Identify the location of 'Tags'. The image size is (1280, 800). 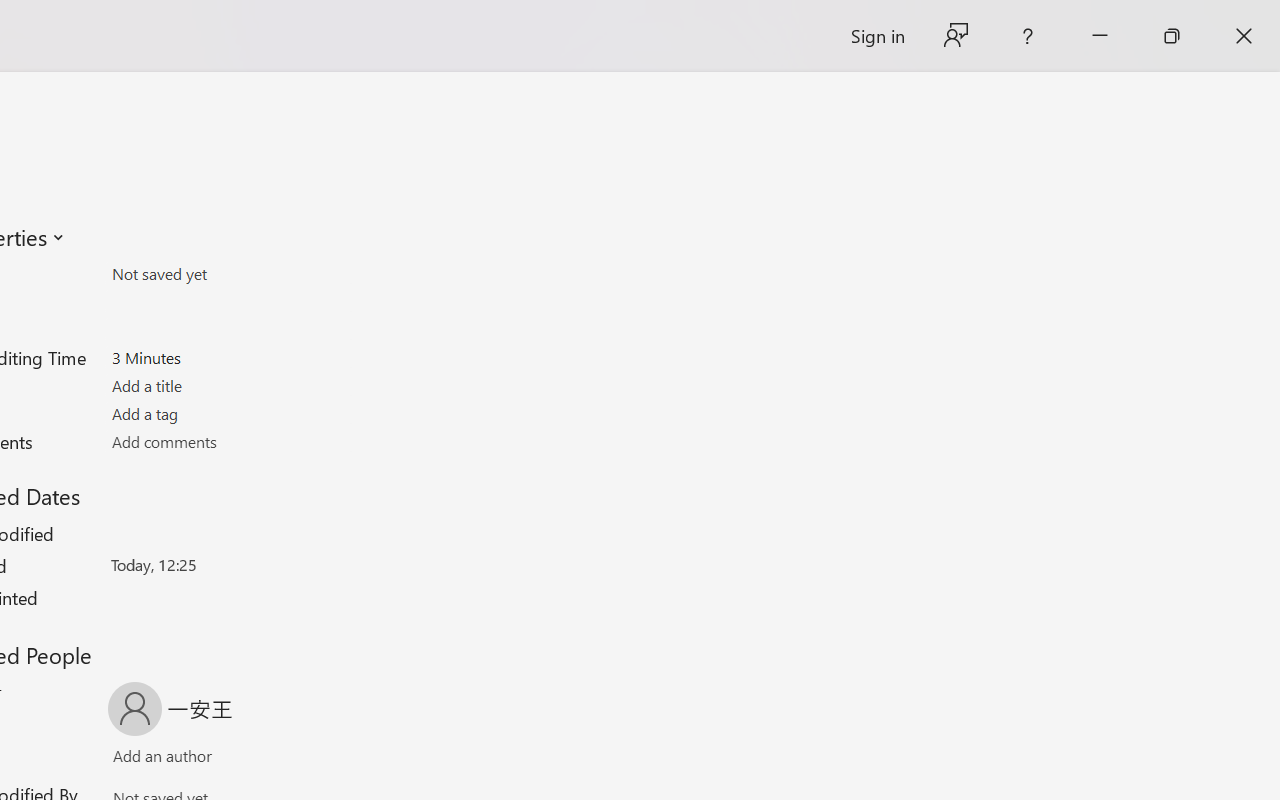
(228, 413).